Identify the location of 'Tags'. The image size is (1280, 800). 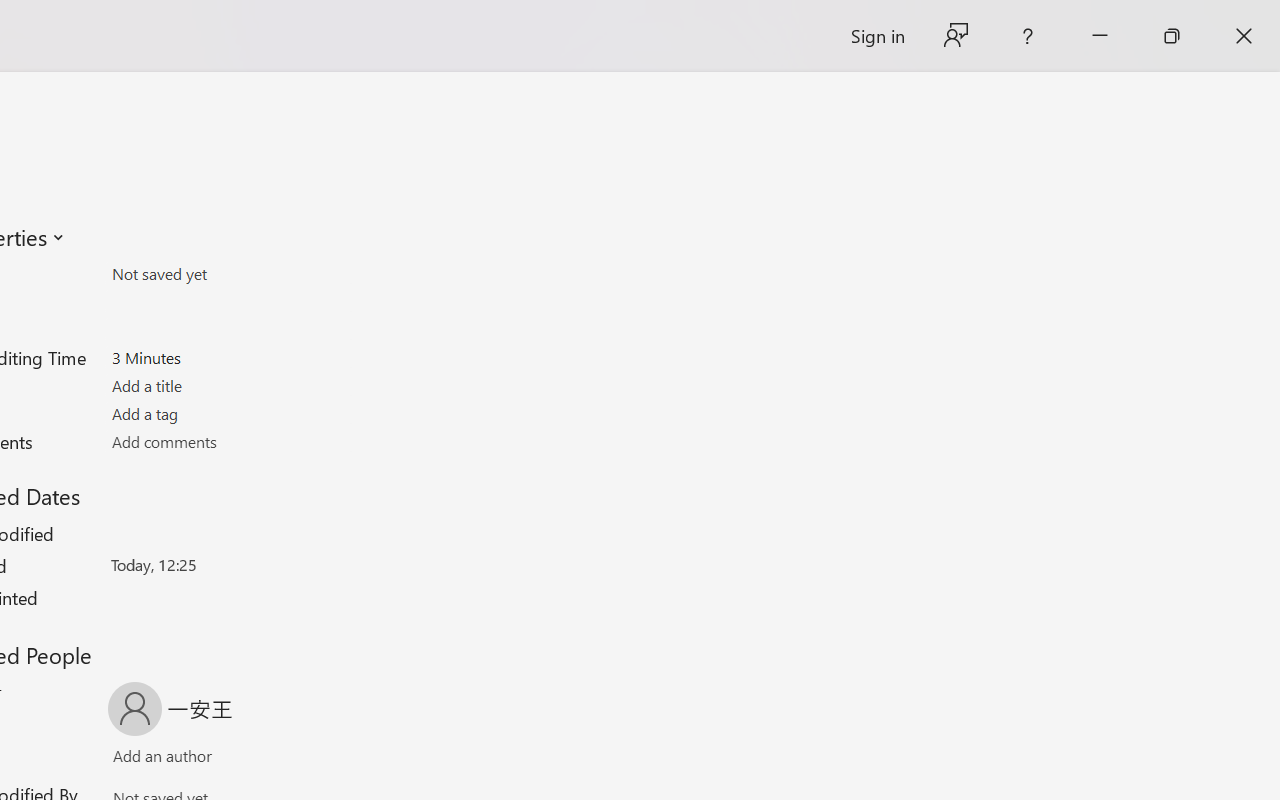
(228, 413).